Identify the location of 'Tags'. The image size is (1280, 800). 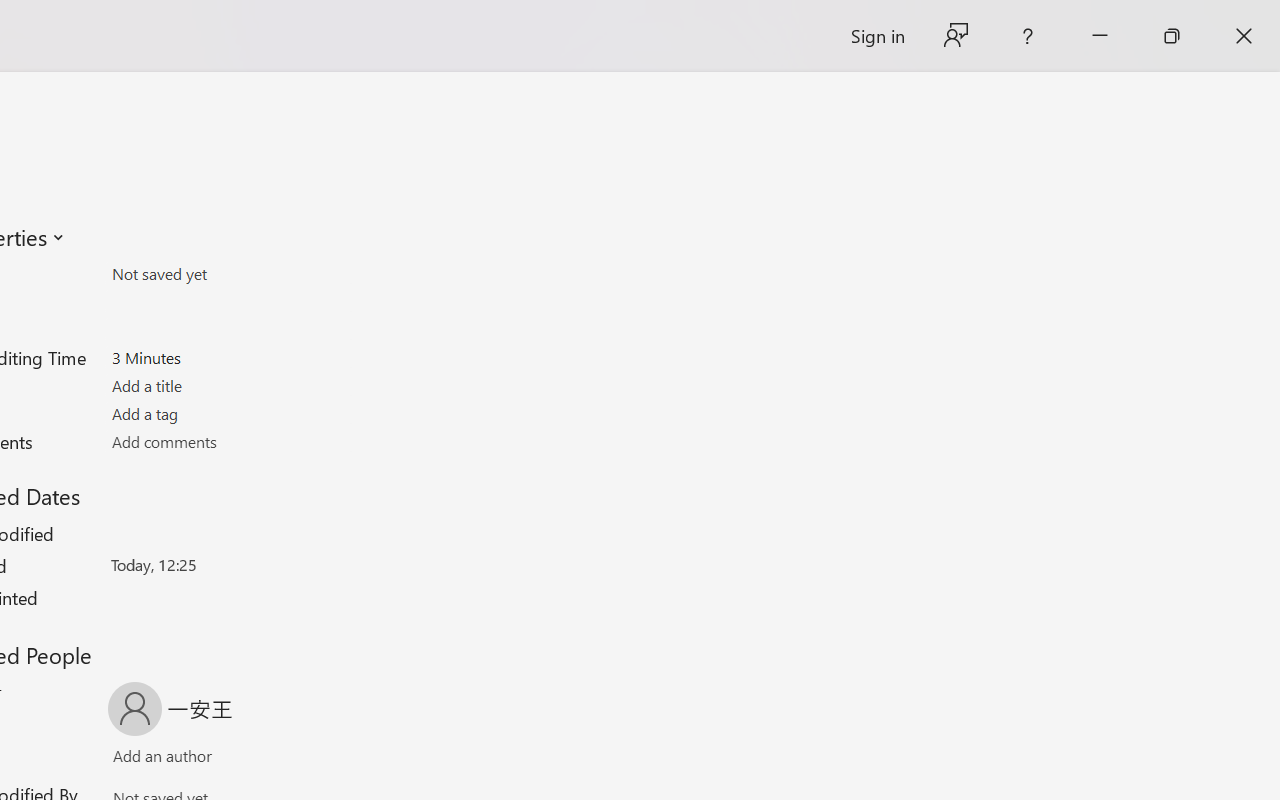
(228, 413).